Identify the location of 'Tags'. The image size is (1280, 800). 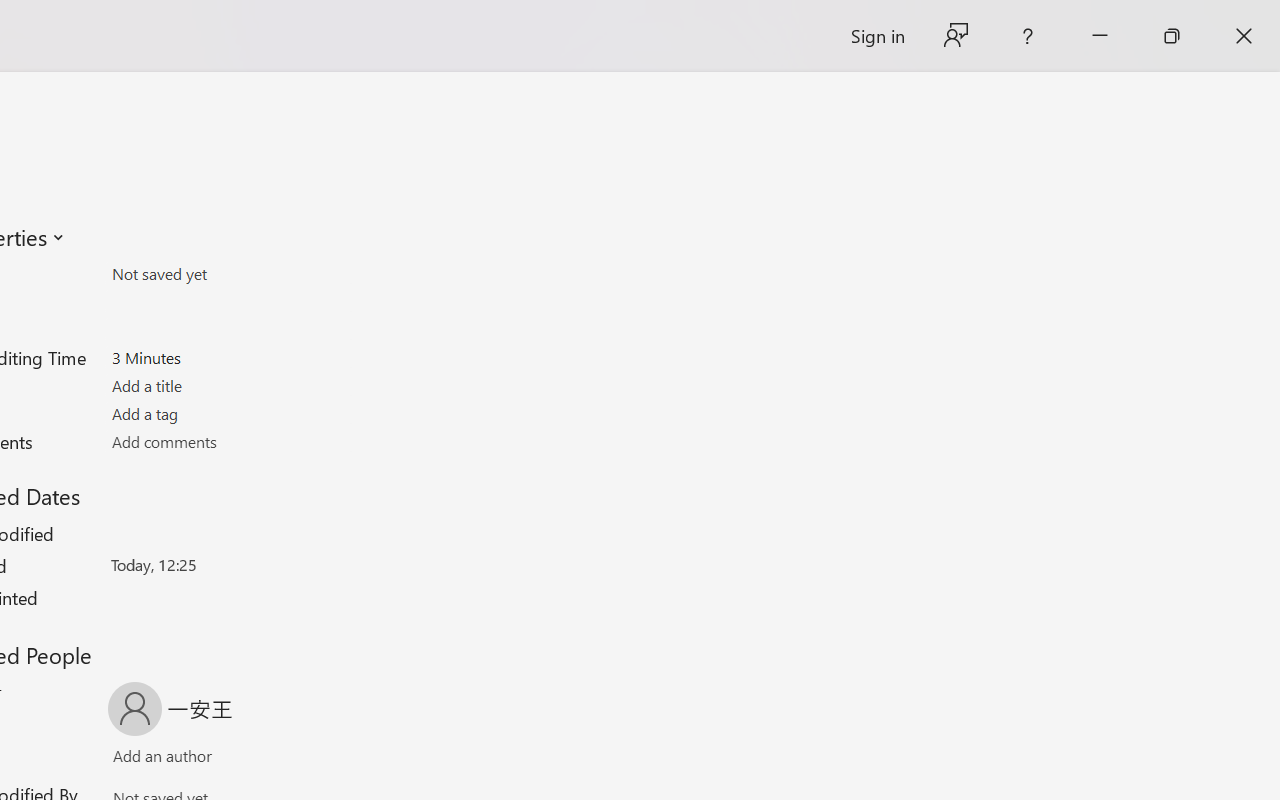
(228, 413).